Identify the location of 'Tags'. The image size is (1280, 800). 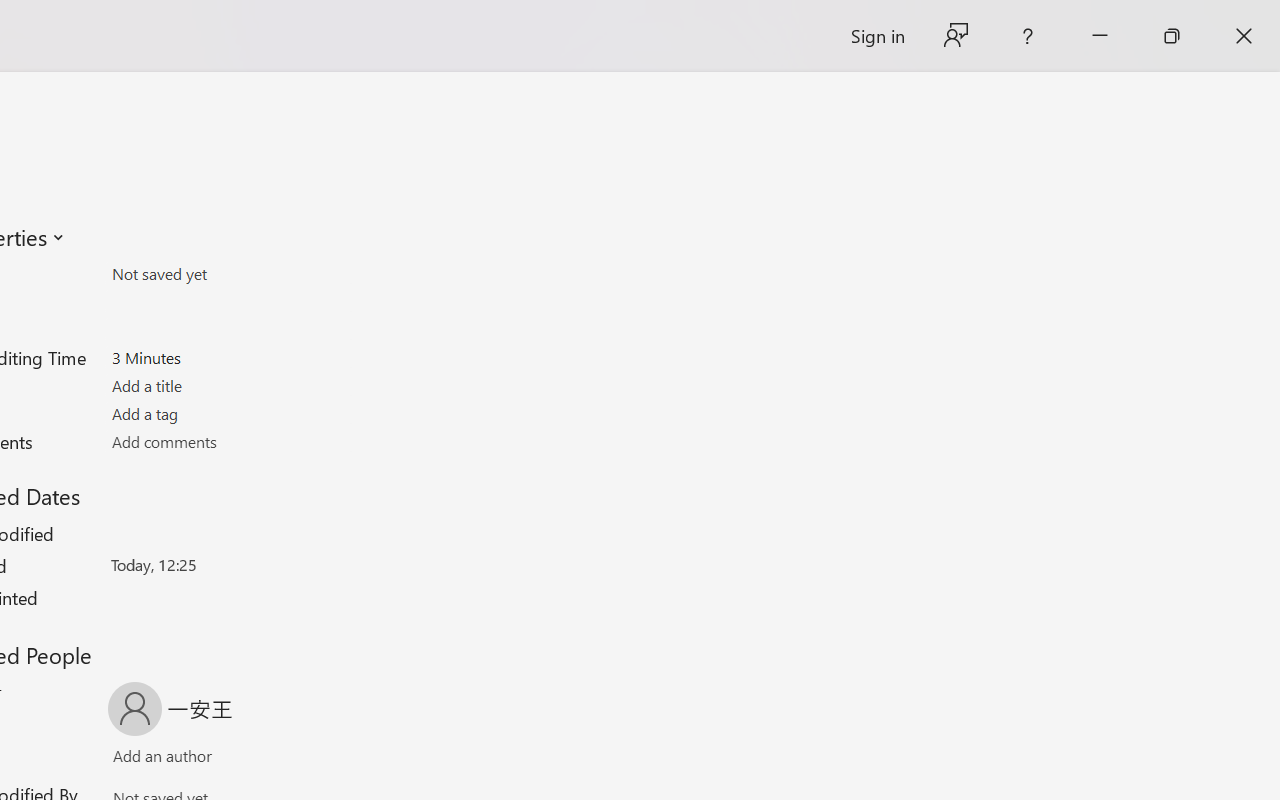
(228, 413).